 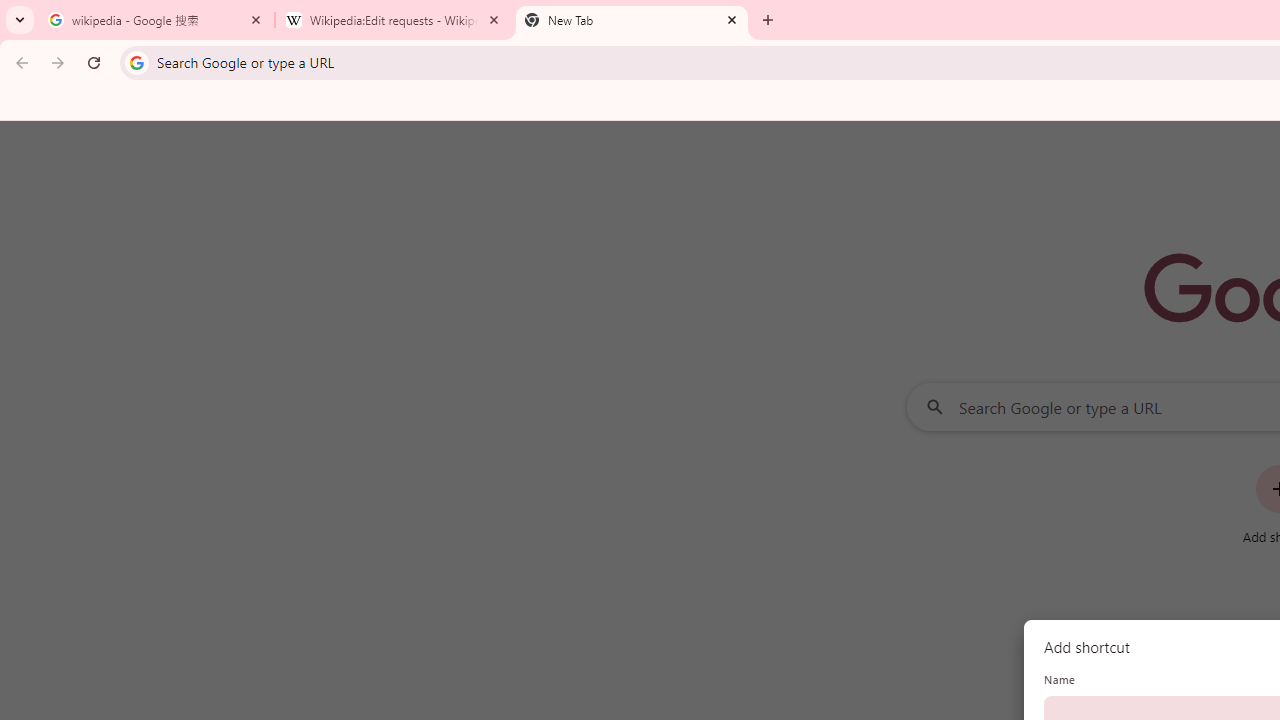 What do you see at coordinates (394, 20) in the screenshot?
I see `'Wikipedia:Edit requests - Wikipedia'` at bounding box center [394, 20].